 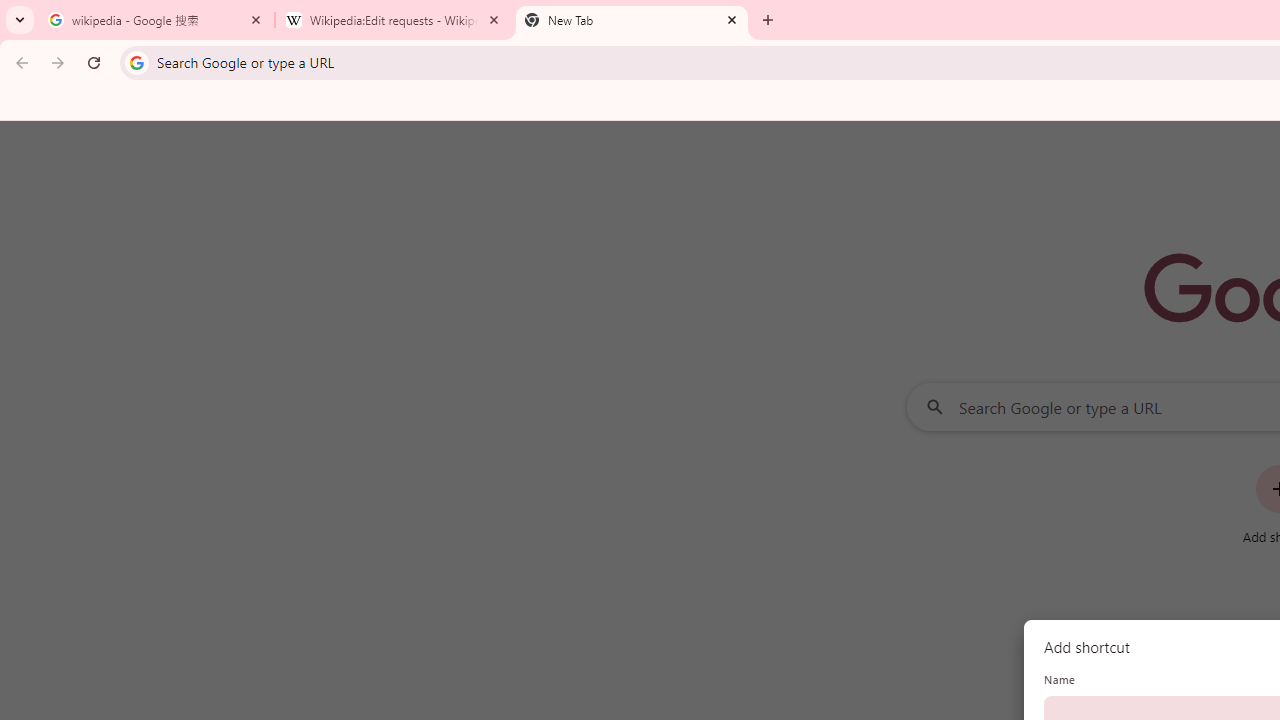 What do you see at coordinates (394, 20) in the screenshot?
I see `'Wikipedia:Edit requests - Wikipedia'` at bounding box center [394, 20].